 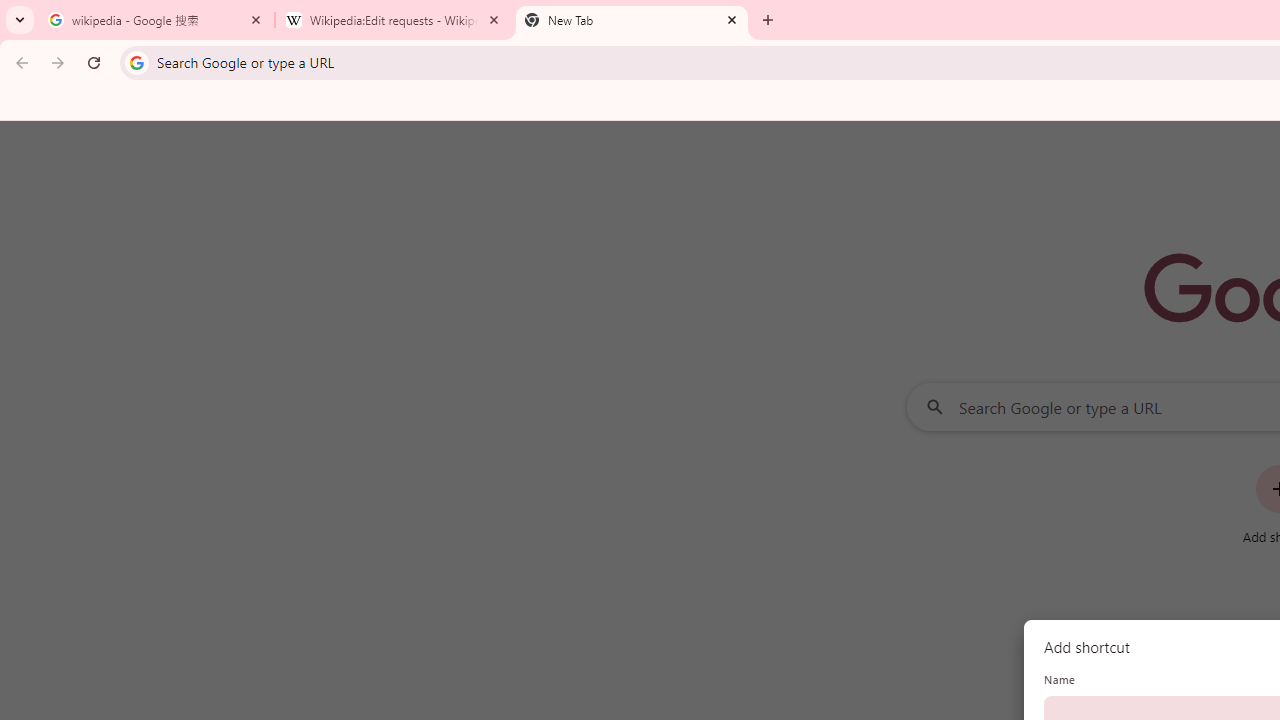 What do you see at coordinates (394, 20) in the screenshot?
I see `'Wikipedia:Edit requests - Wikipedia'` at bounding box center [394, 20].